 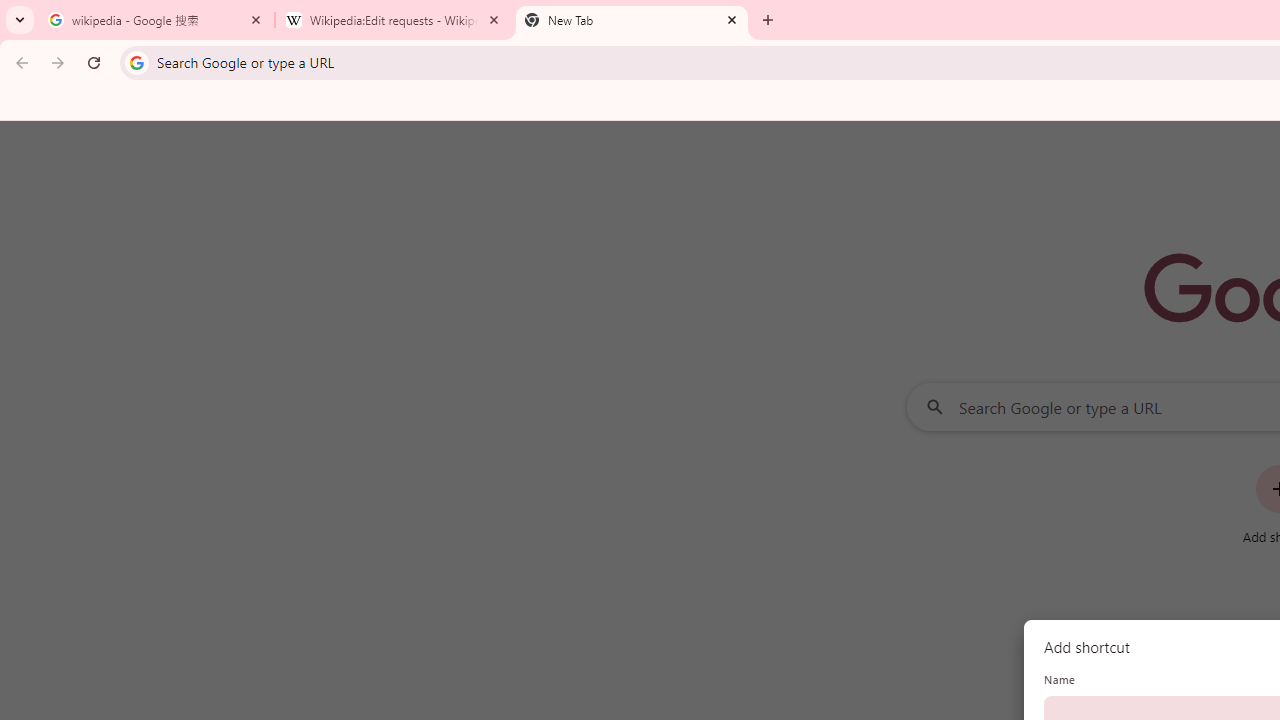 What do you see at coordinates (394, 20) in the screenshot?
I see `'Wikipedia:Edit requests - Wikipedia'` at bounding box center [394, 20].